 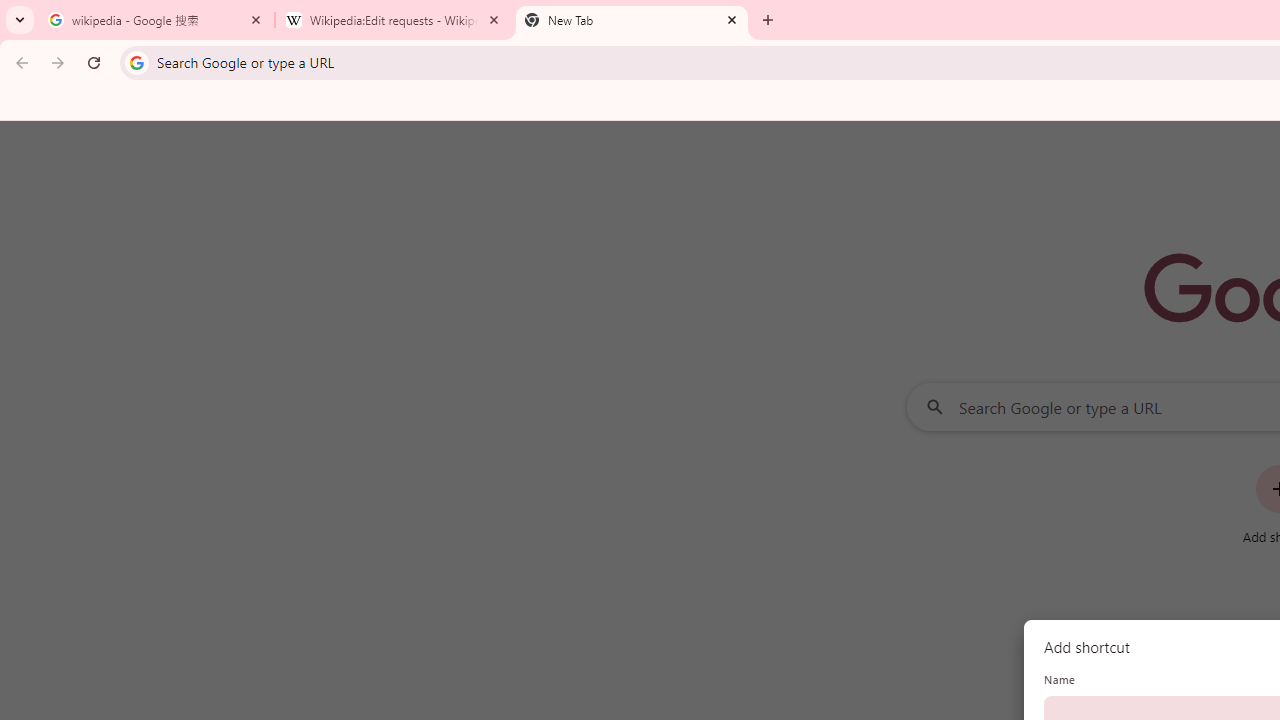 What do you see at coordinates (394, 20) in the screenshot?
I see `'Wikipedia:Edit requests - Wikipedia'` at bounding box center [394, 20].